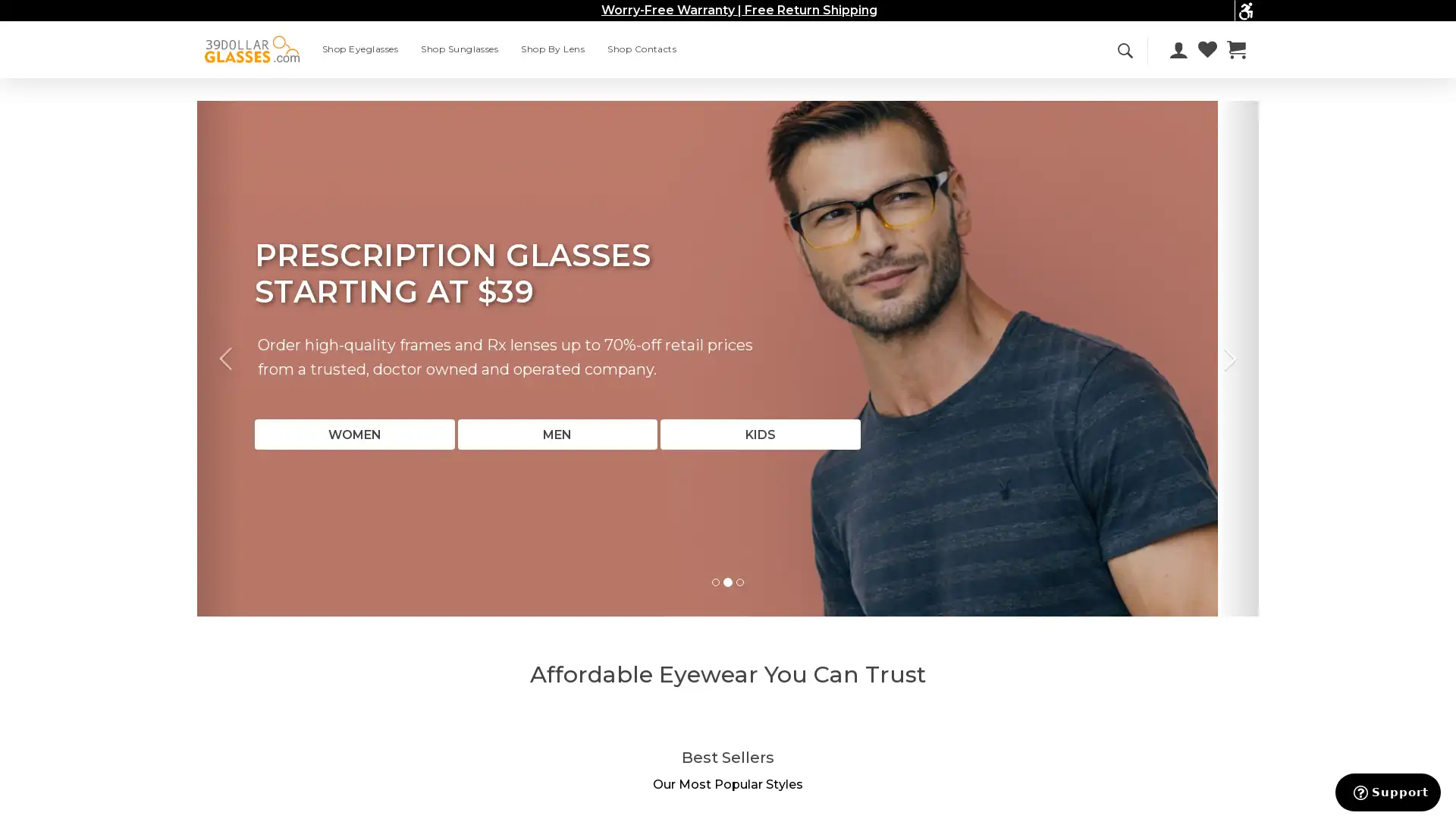  I want to click on Previous, so click(218, 359).